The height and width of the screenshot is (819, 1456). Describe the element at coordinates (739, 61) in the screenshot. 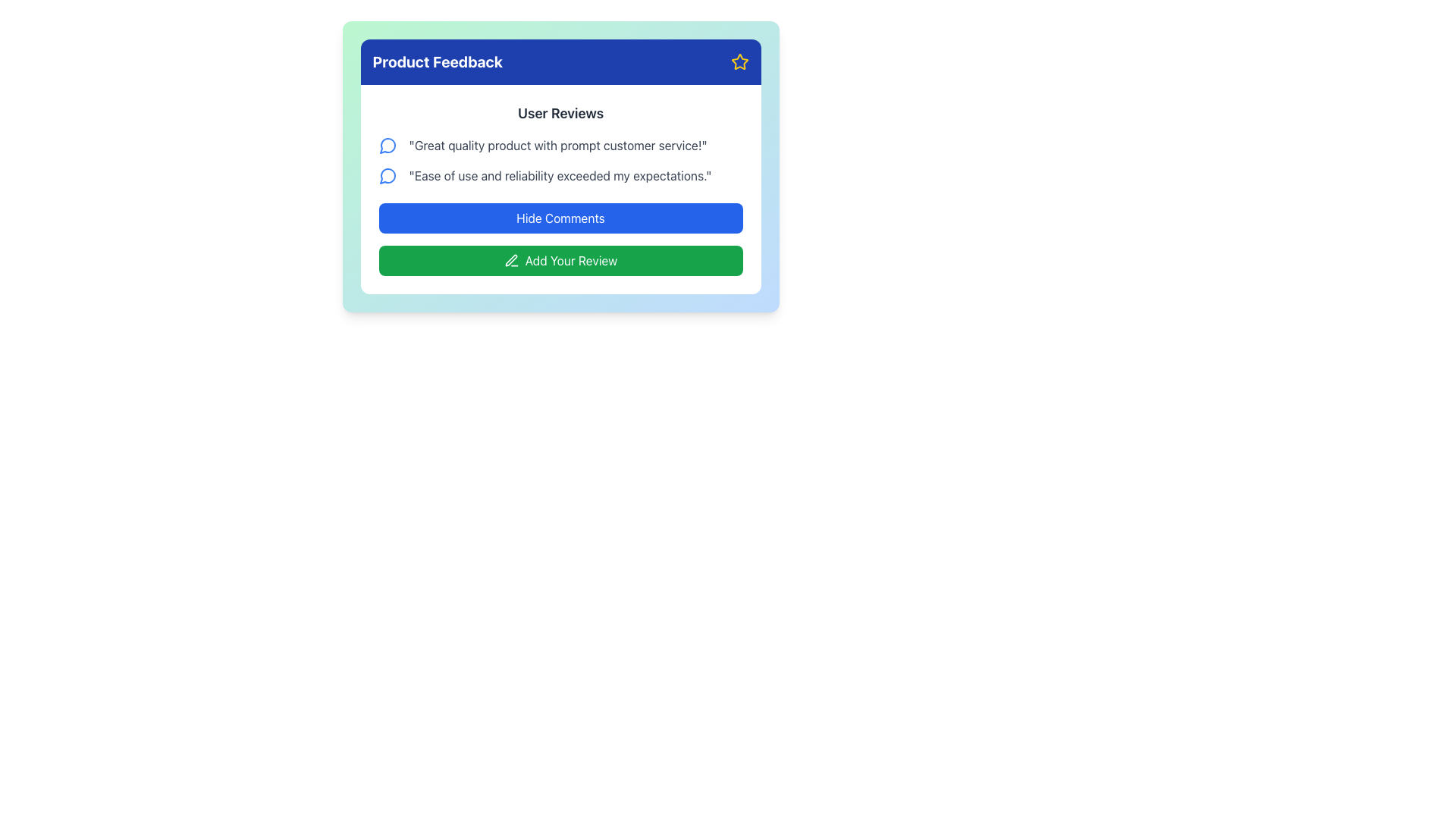

I see `the decorative icon in the top-right corner of the blue header area of the 'Product Feedback' panel` at that location.